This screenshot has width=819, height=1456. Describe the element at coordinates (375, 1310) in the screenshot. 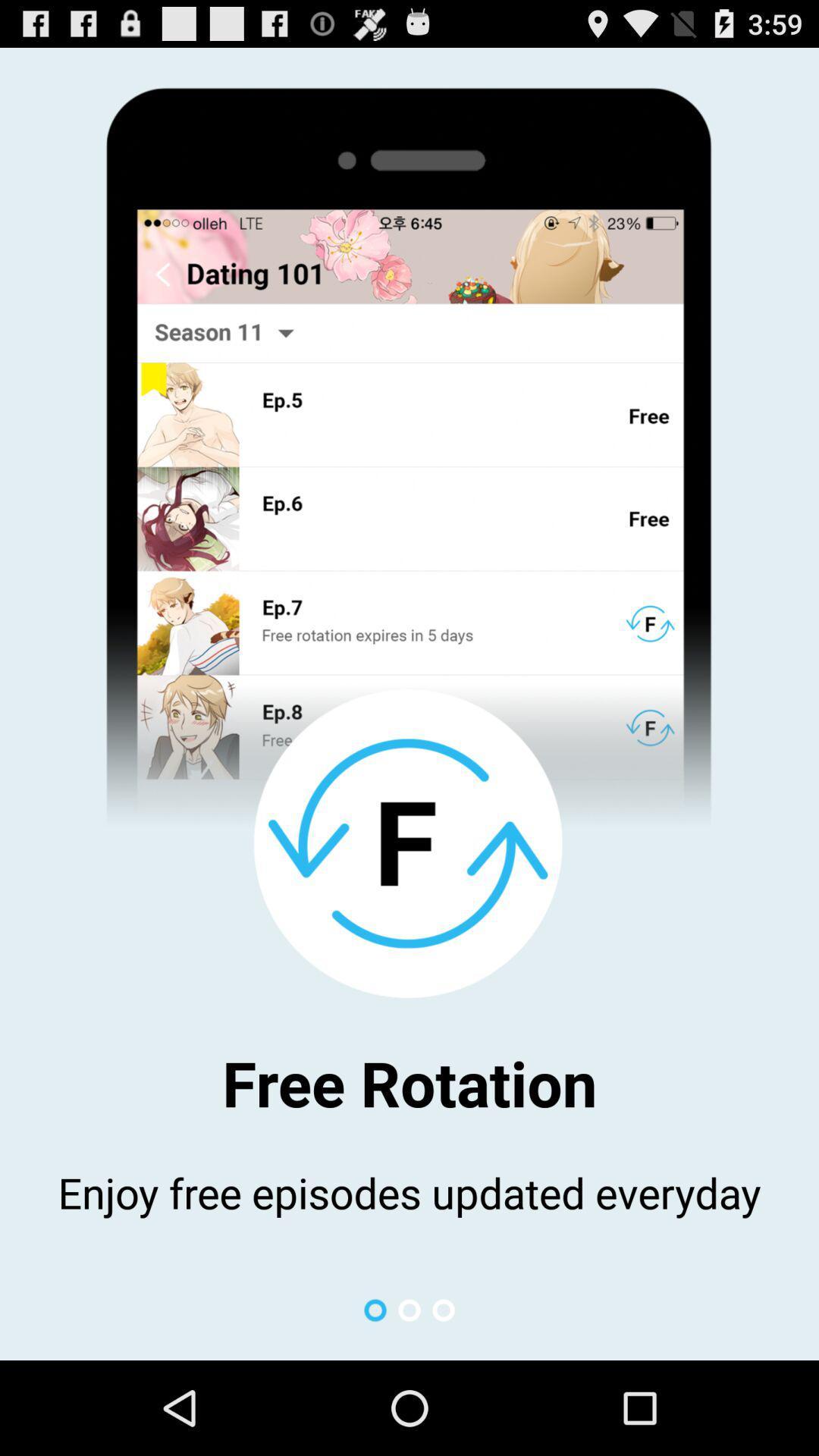

I see `icon below enjoy free episodes app` at that location.